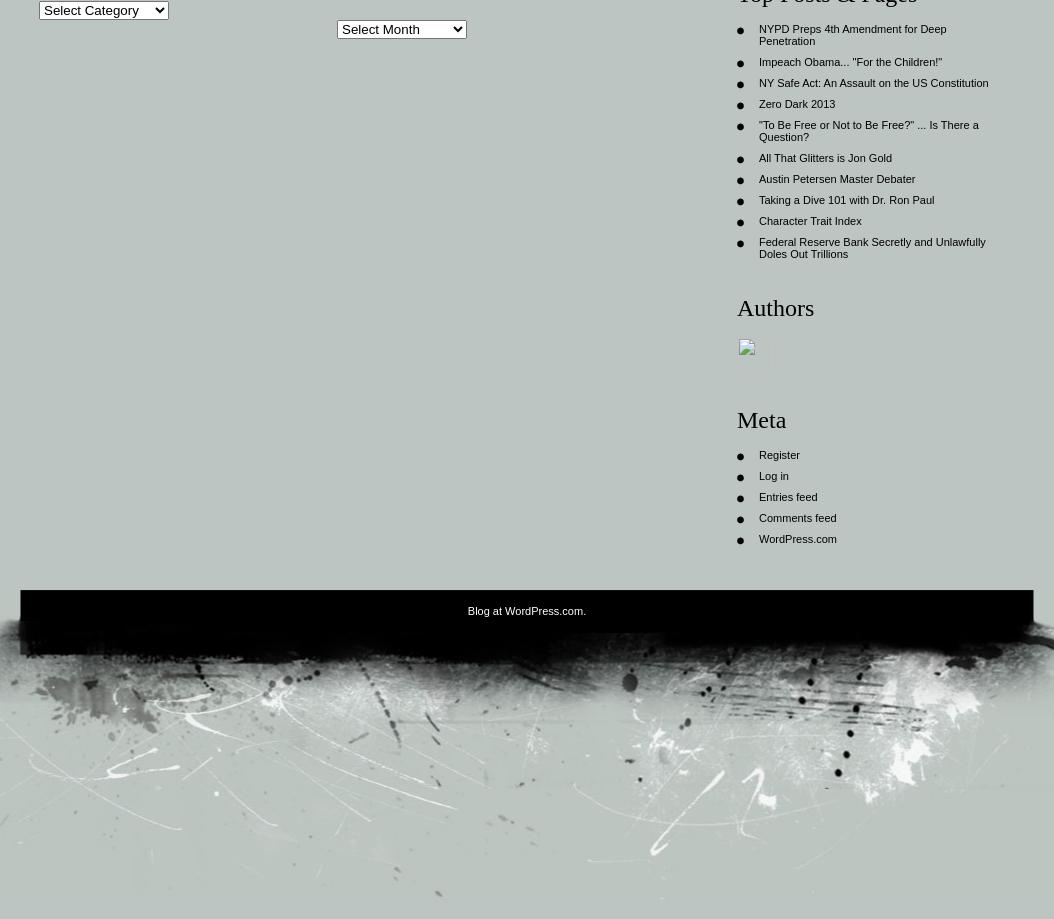 Image resolution: width=1054 pixels, height=919 pixels. Describe the element at coordinates (779, 453) in the screenshot. I see `'Register'` at that location.